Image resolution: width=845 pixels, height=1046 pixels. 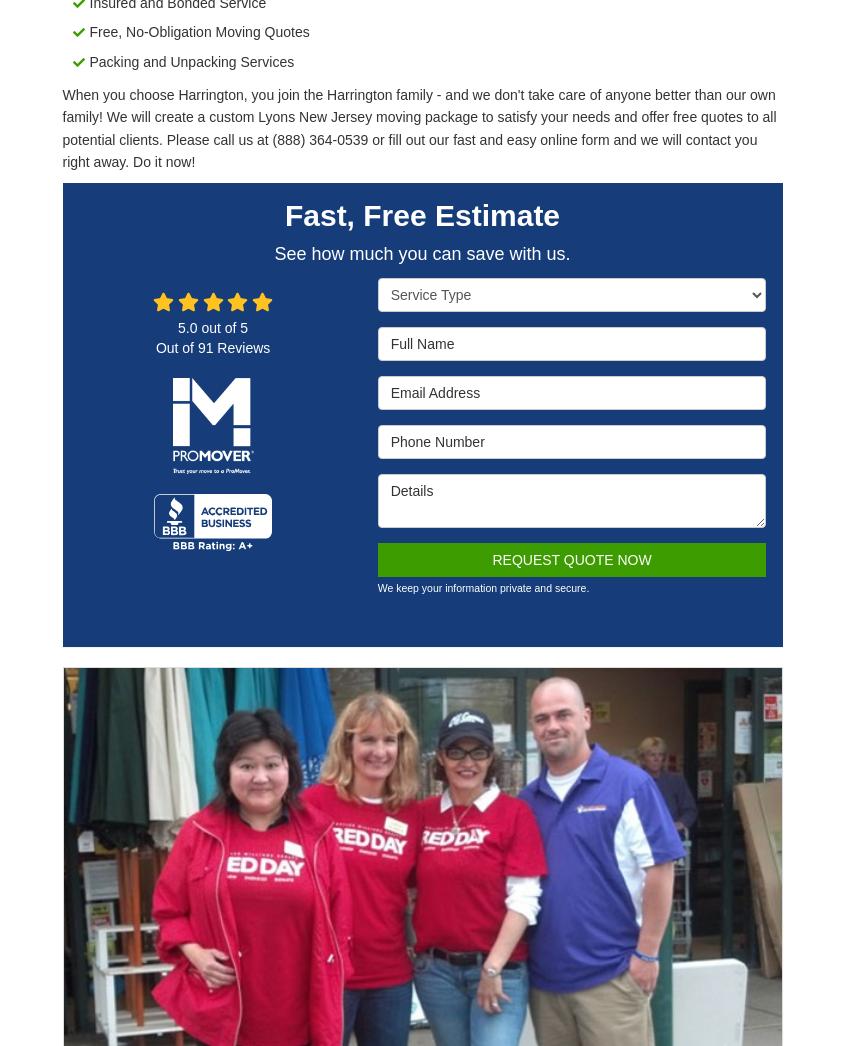 What do you see at coordinates (240, 345) in the screenshot?
I see `'Reviews'` at bounding box center [240, 345].